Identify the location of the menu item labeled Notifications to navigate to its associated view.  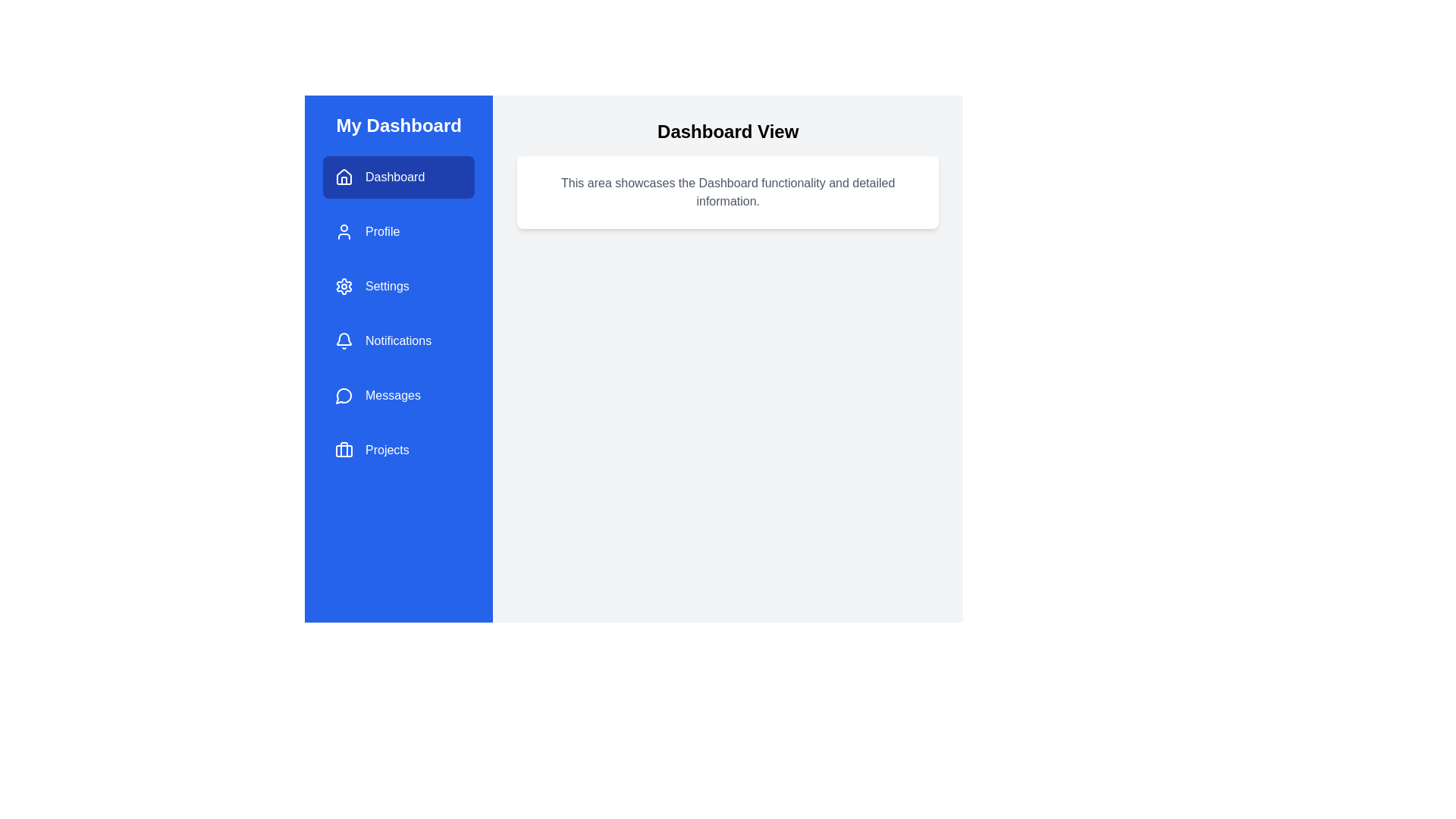
(399, 341).